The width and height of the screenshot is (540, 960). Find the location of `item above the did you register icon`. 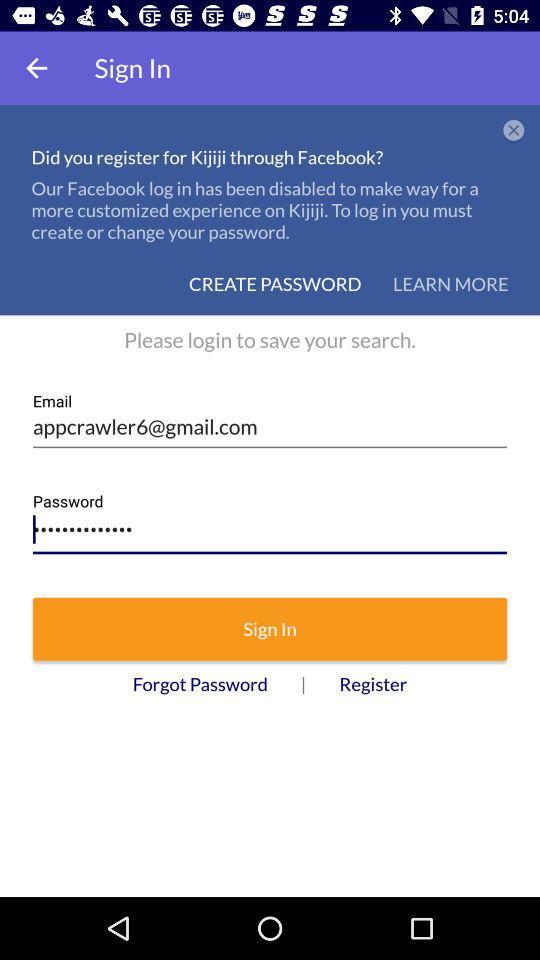

item above the did you register icon is located at coordinates (36, 68).